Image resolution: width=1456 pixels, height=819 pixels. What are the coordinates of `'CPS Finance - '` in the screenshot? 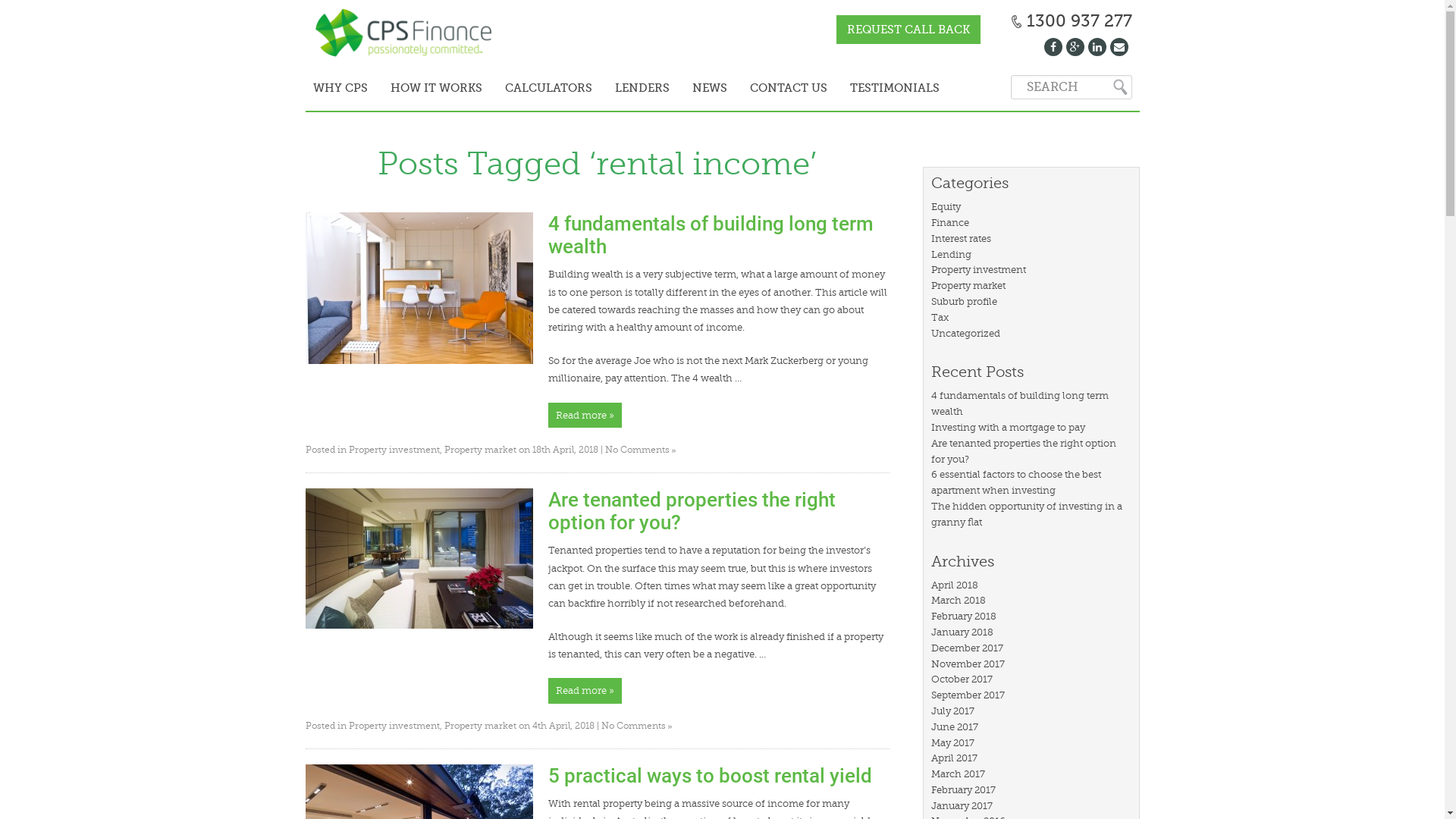 It's located at (407, 34).